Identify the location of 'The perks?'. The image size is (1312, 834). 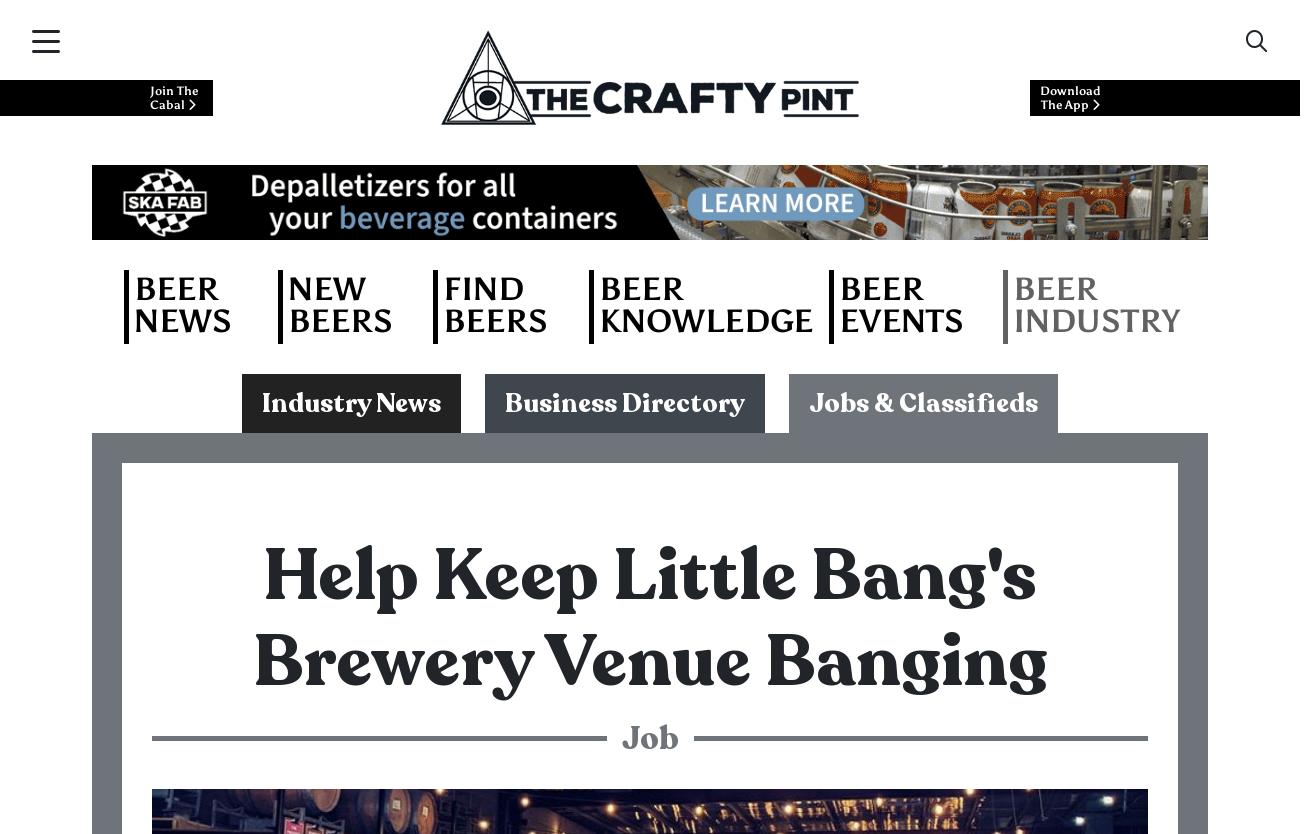
(241, 680).